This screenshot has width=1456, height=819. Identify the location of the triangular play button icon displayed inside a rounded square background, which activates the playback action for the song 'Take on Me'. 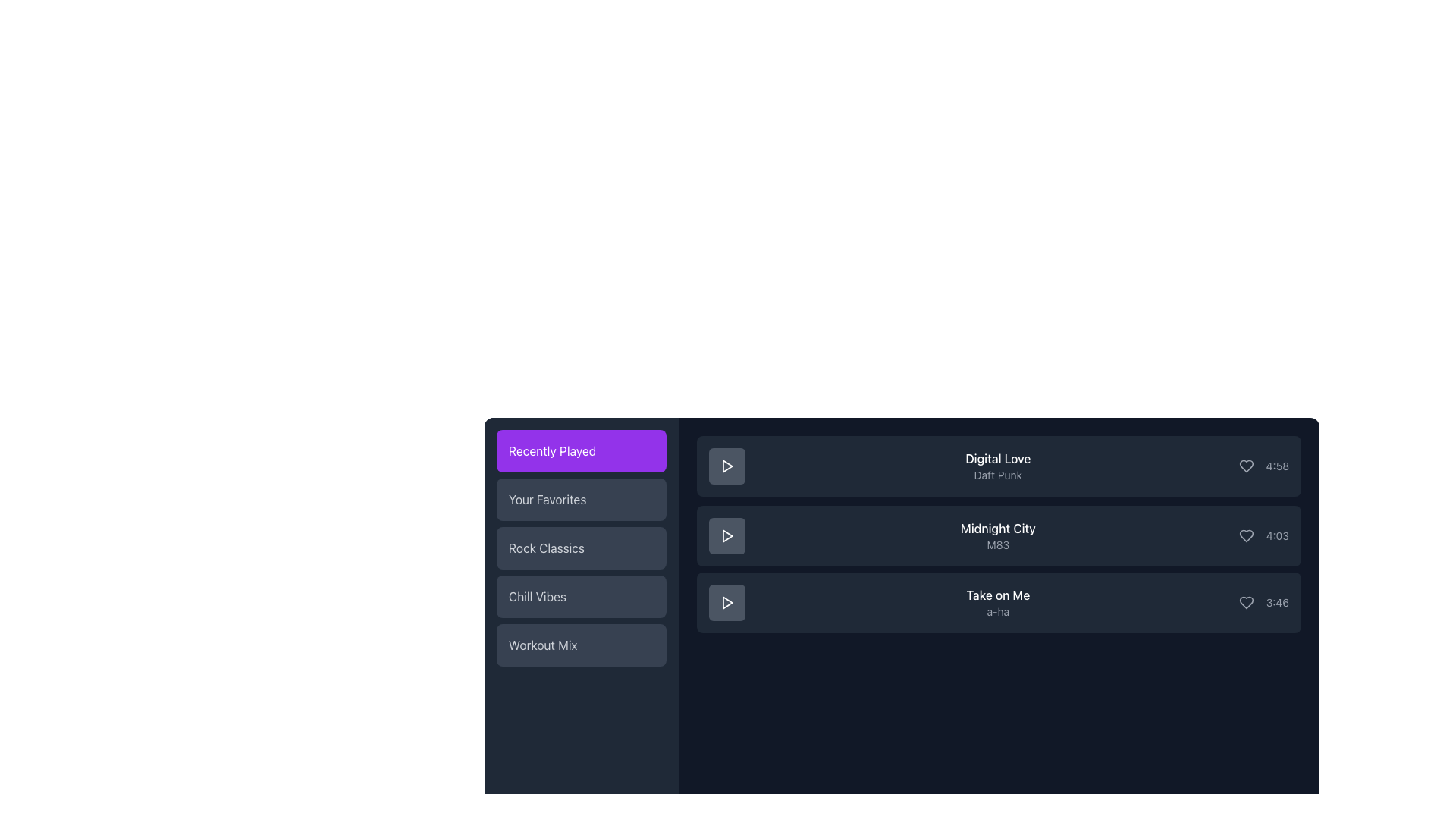
(726, 601).